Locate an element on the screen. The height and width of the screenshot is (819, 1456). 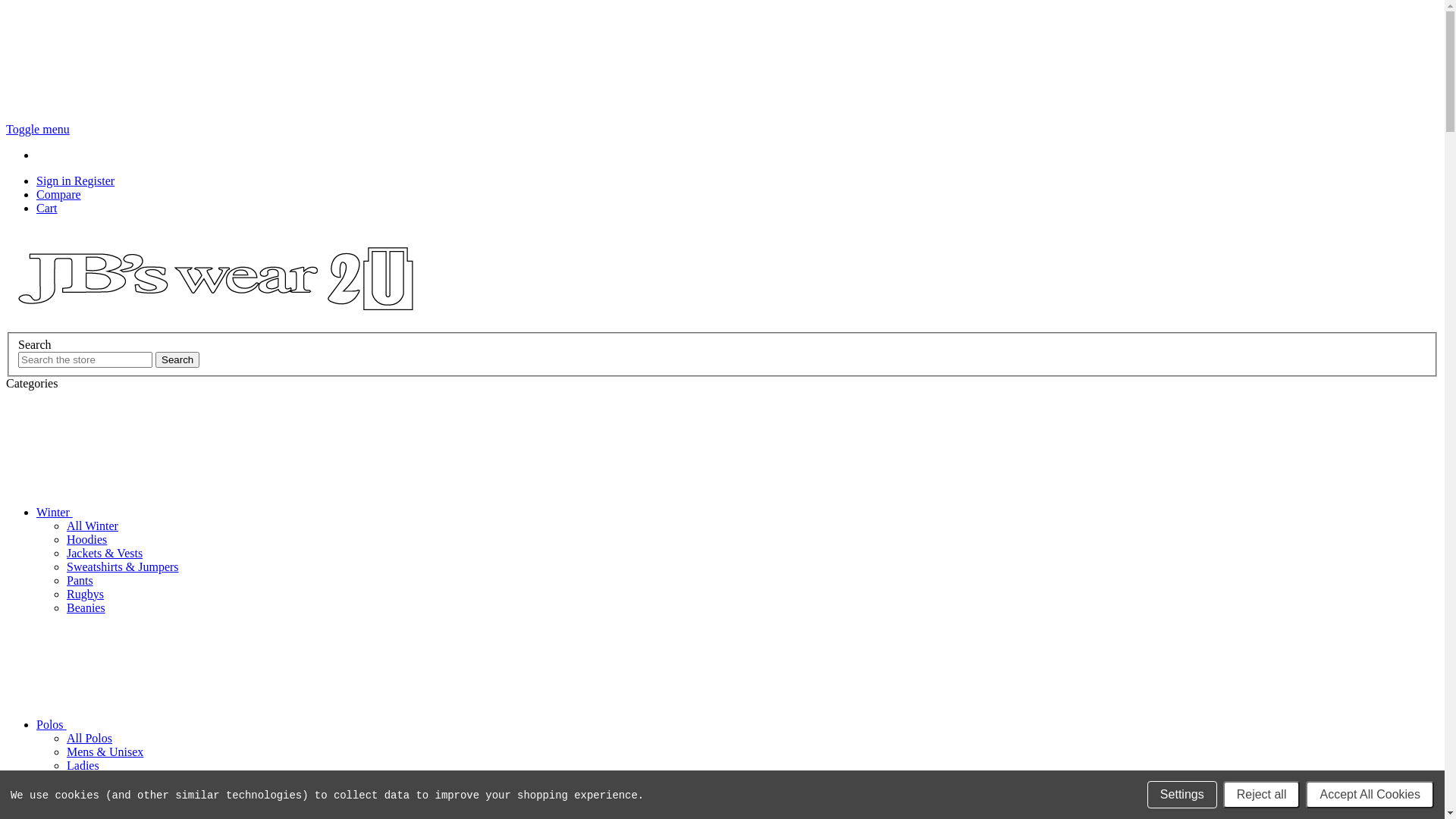
'Register' is located at coordinates (93, 180).